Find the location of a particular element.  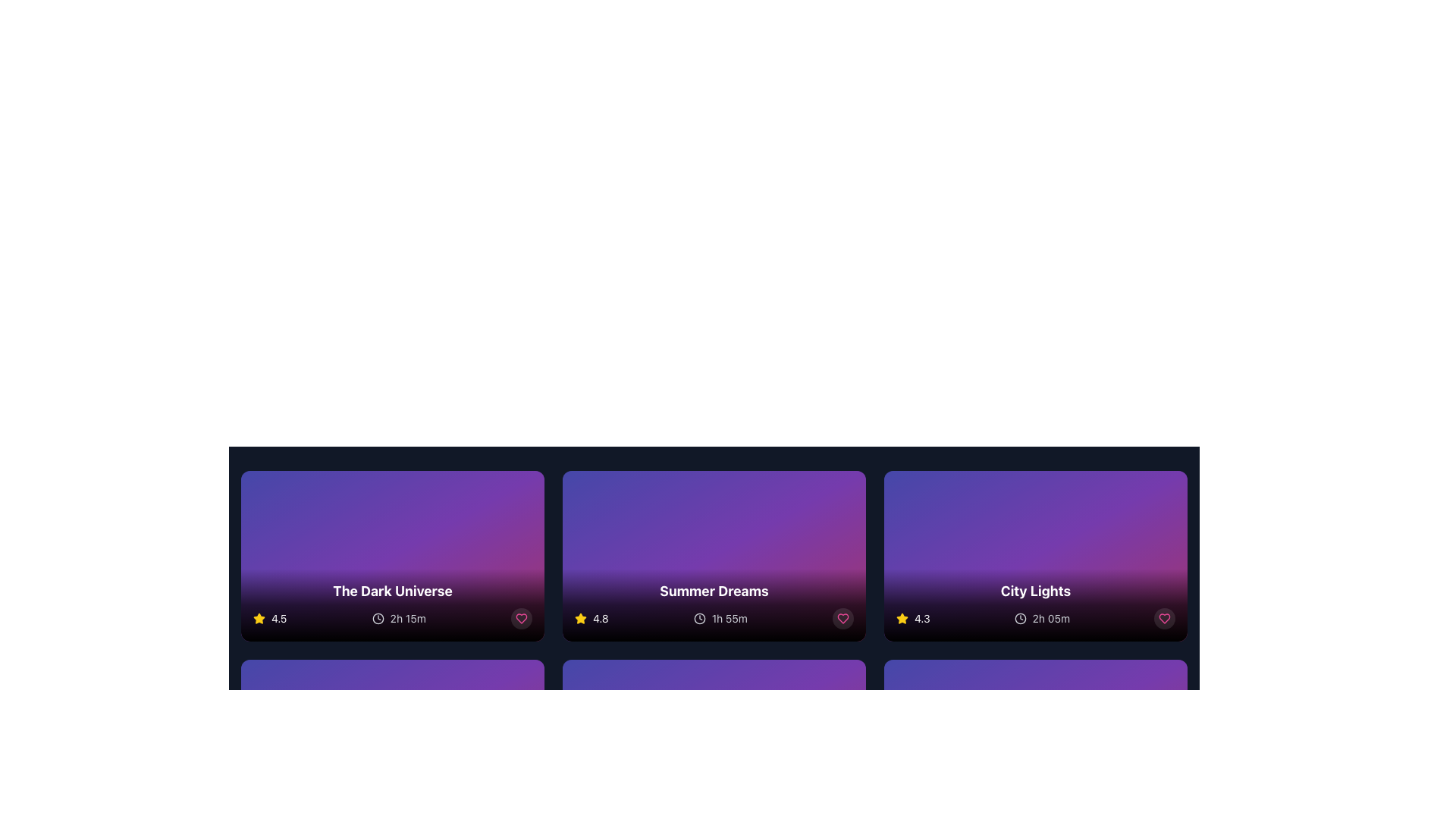

the clock face circle, which is the base element within the SVG clock illustration is located at coordinates (378, 619).